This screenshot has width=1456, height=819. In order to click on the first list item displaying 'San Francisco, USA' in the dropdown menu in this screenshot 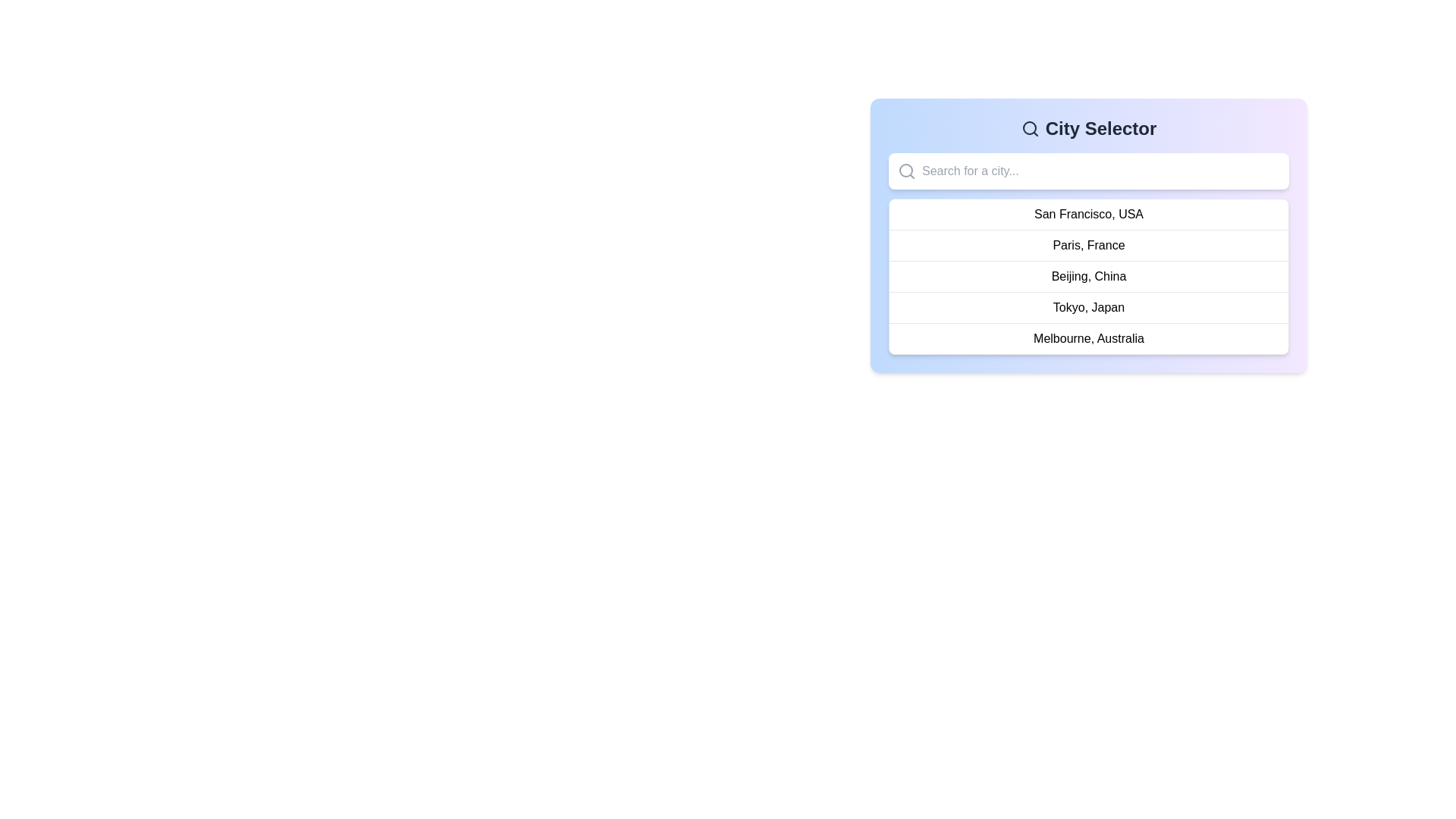, I will do `click(1087, 214)`.